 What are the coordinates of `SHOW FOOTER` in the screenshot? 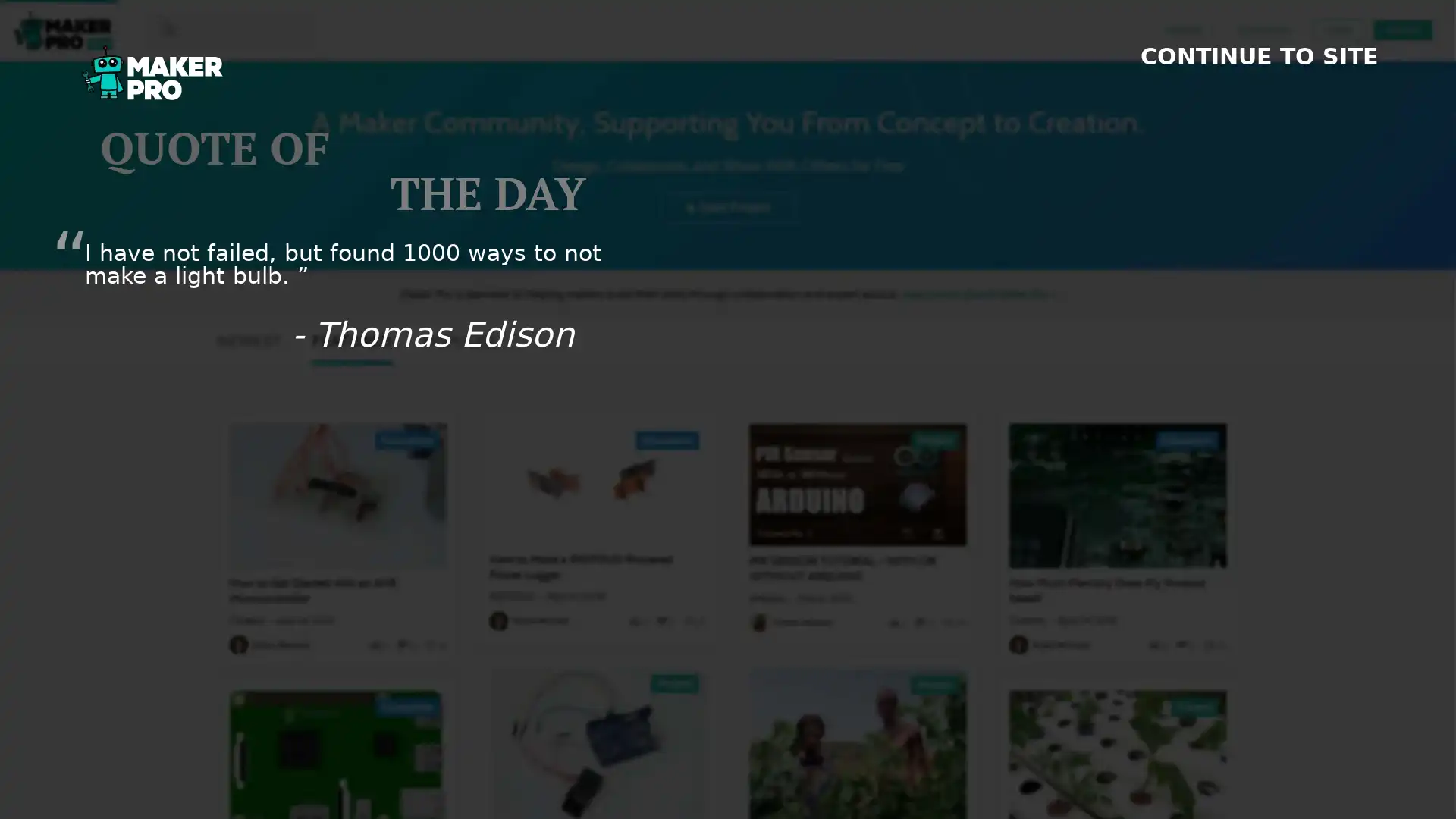 It's located at (1411, 804).